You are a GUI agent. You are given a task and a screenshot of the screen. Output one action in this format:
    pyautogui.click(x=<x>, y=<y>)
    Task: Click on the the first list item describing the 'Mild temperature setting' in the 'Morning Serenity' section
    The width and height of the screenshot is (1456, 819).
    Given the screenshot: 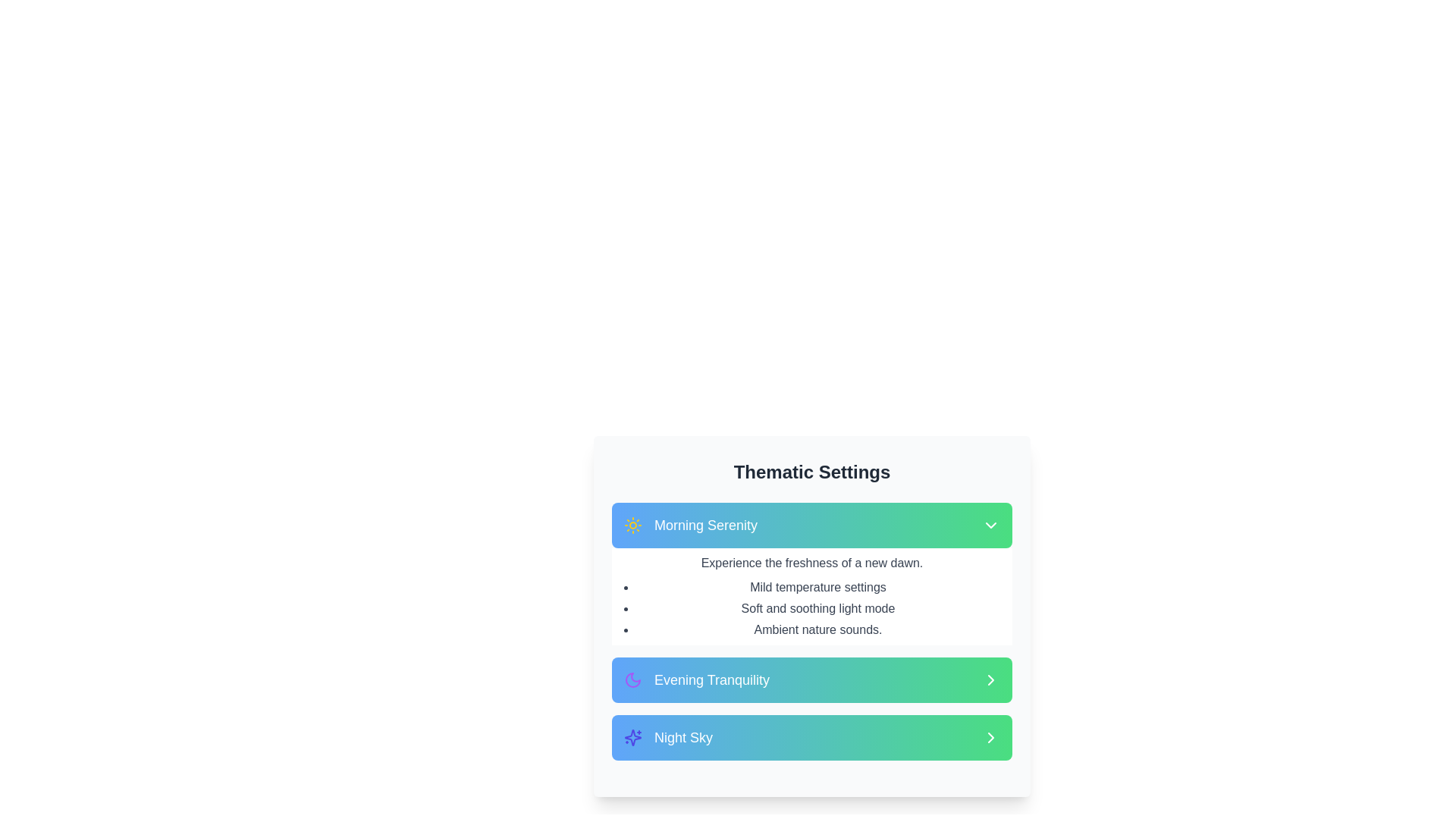 What is the action you would take?
    pyautogui.click(x=817, y=587)
    